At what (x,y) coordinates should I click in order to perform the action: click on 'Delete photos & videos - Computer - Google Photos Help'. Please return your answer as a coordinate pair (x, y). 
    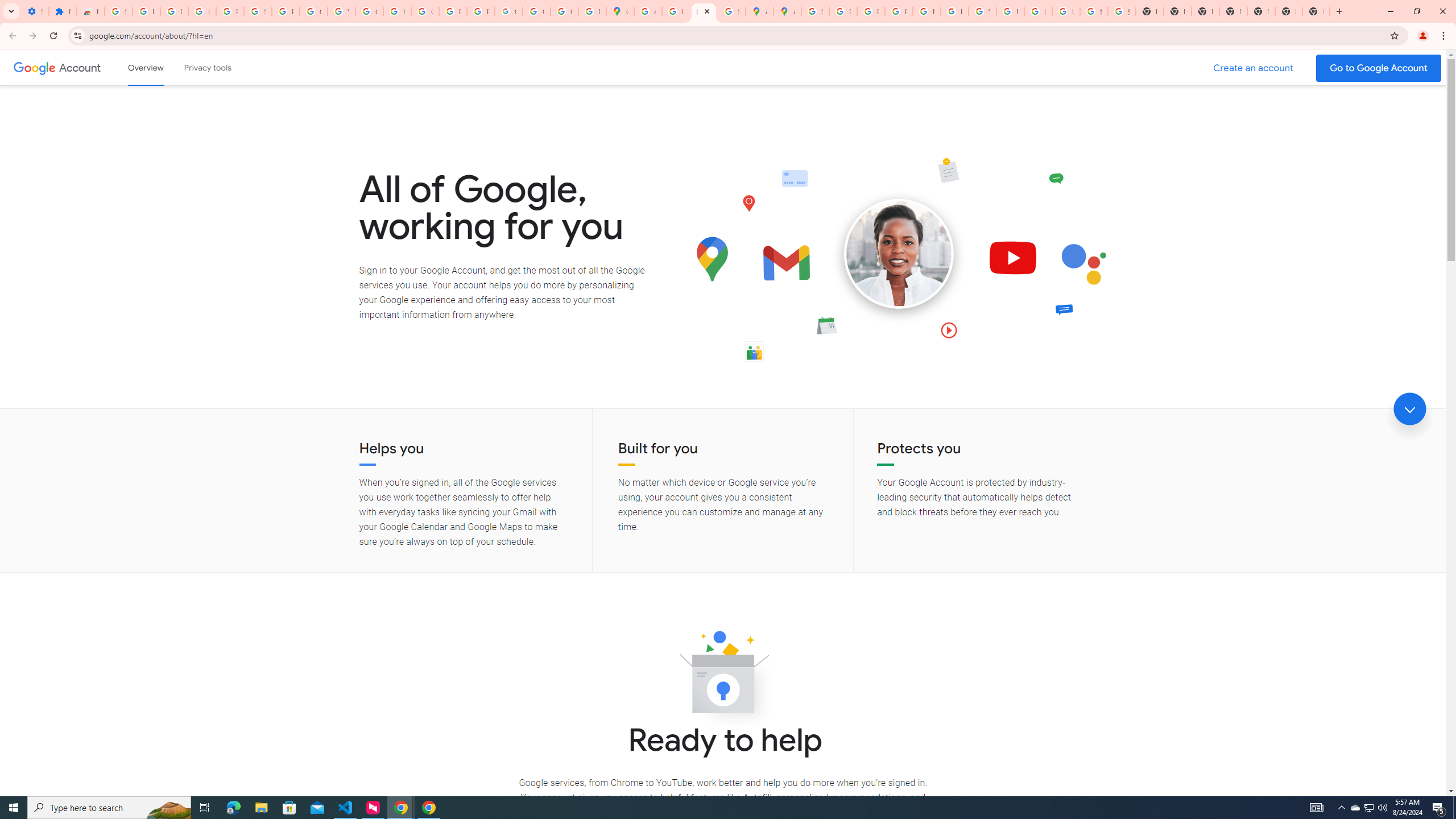
    Looking at the image, I should click on (174, 11).